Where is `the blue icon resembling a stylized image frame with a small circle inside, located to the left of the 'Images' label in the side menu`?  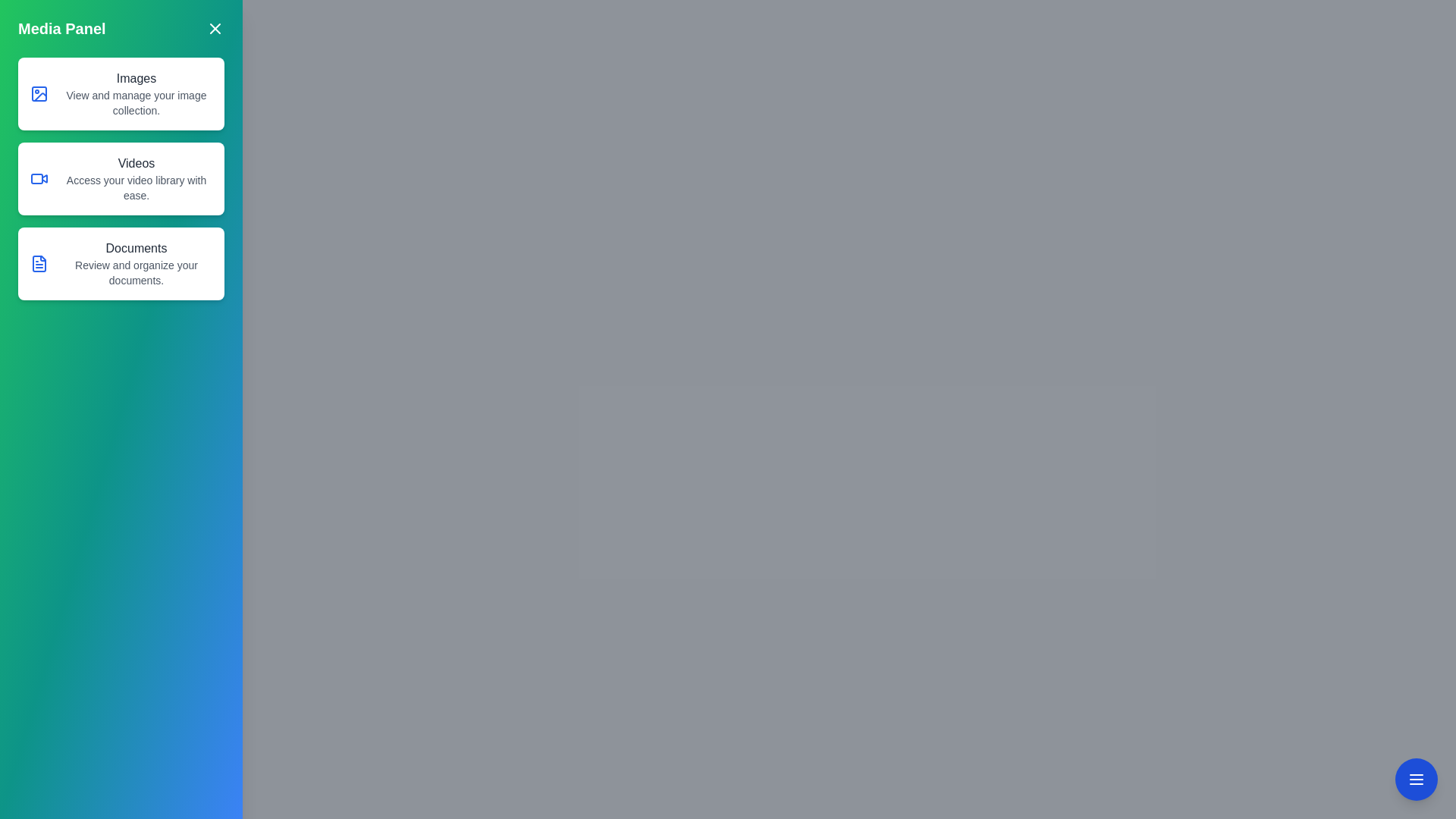 the blue icon resembling a stylized image frame with a small circle inside, located to the left of the 'Images' label in the side menu is located at coordinates (39, 93).